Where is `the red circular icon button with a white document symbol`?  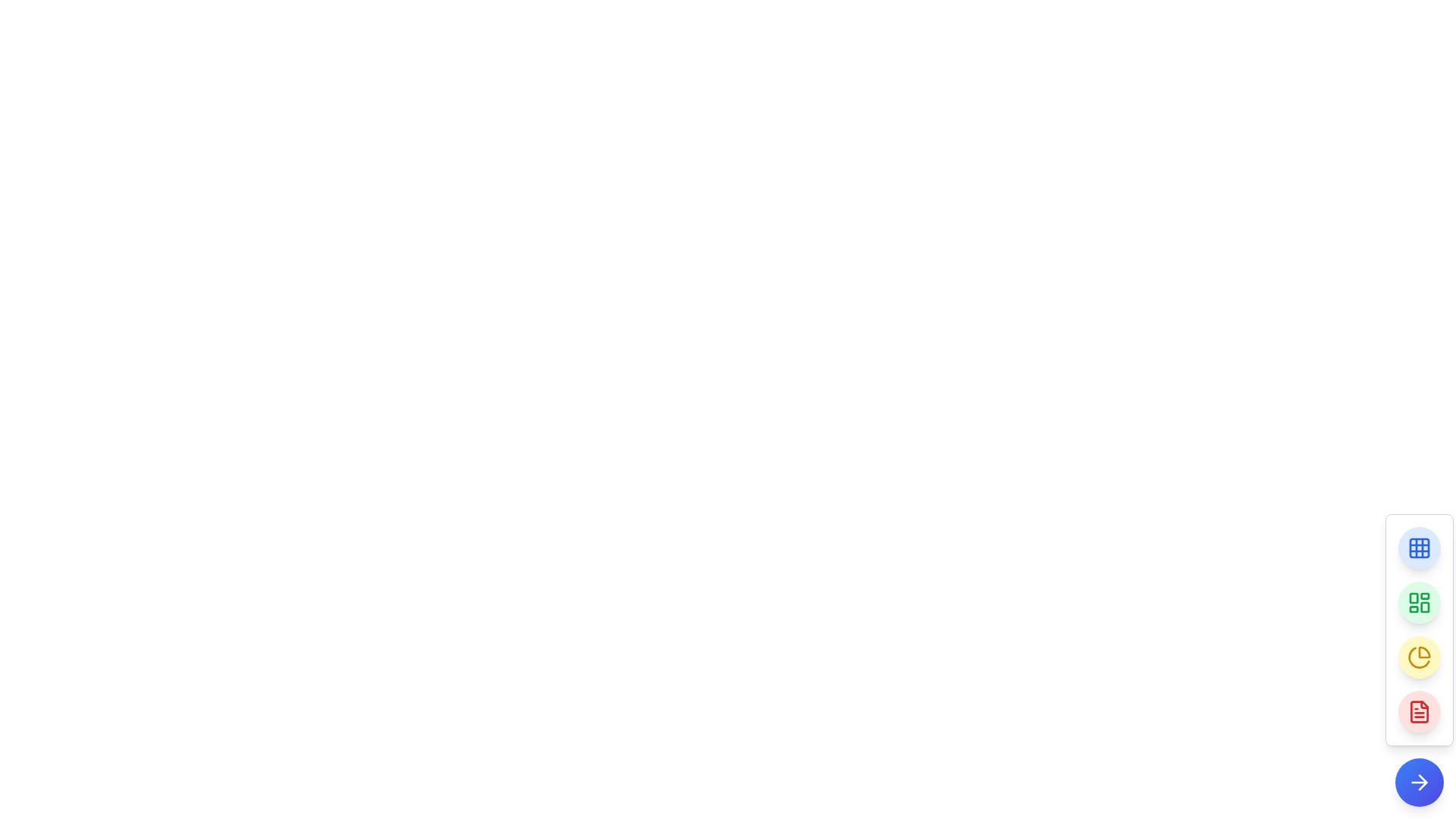
the red circular icon button with a white document symbol is located at coordinates (1419, 711).